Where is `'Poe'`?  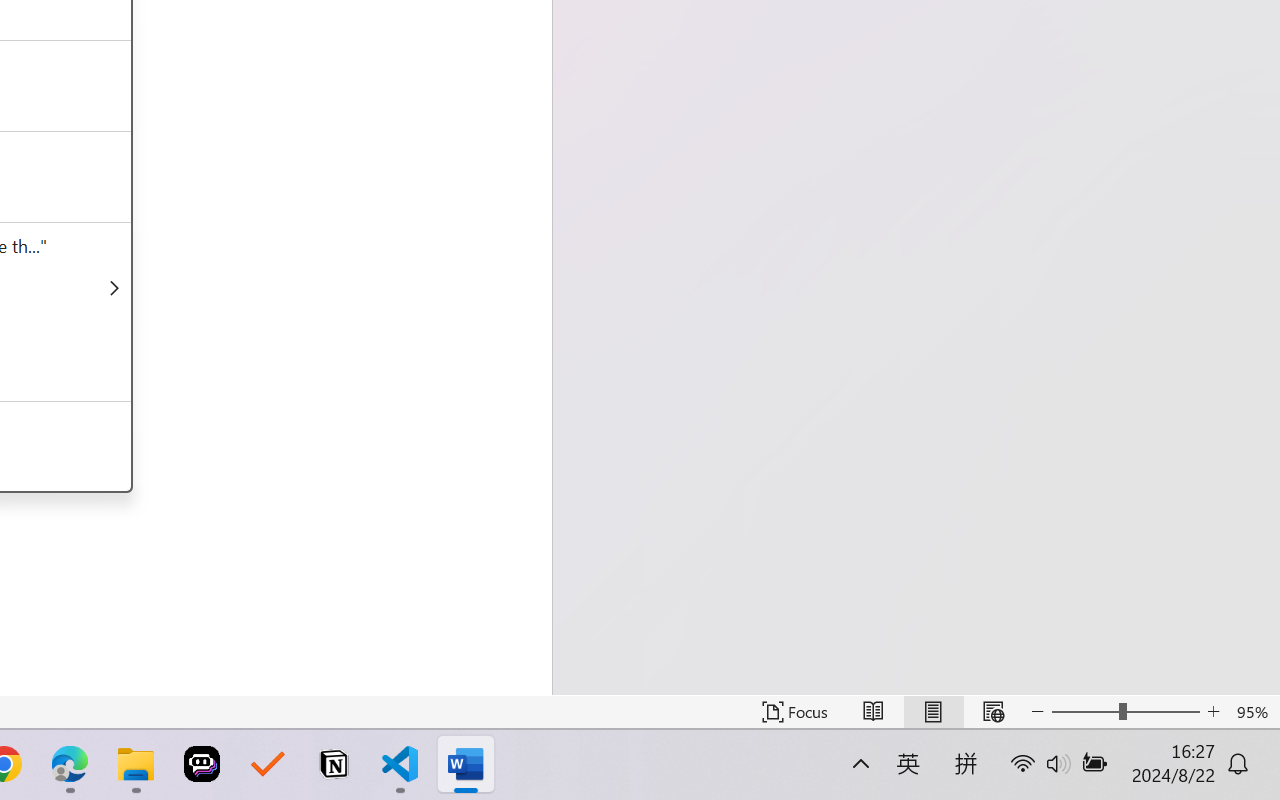 'Poe' is located at coordinates (202, 764).